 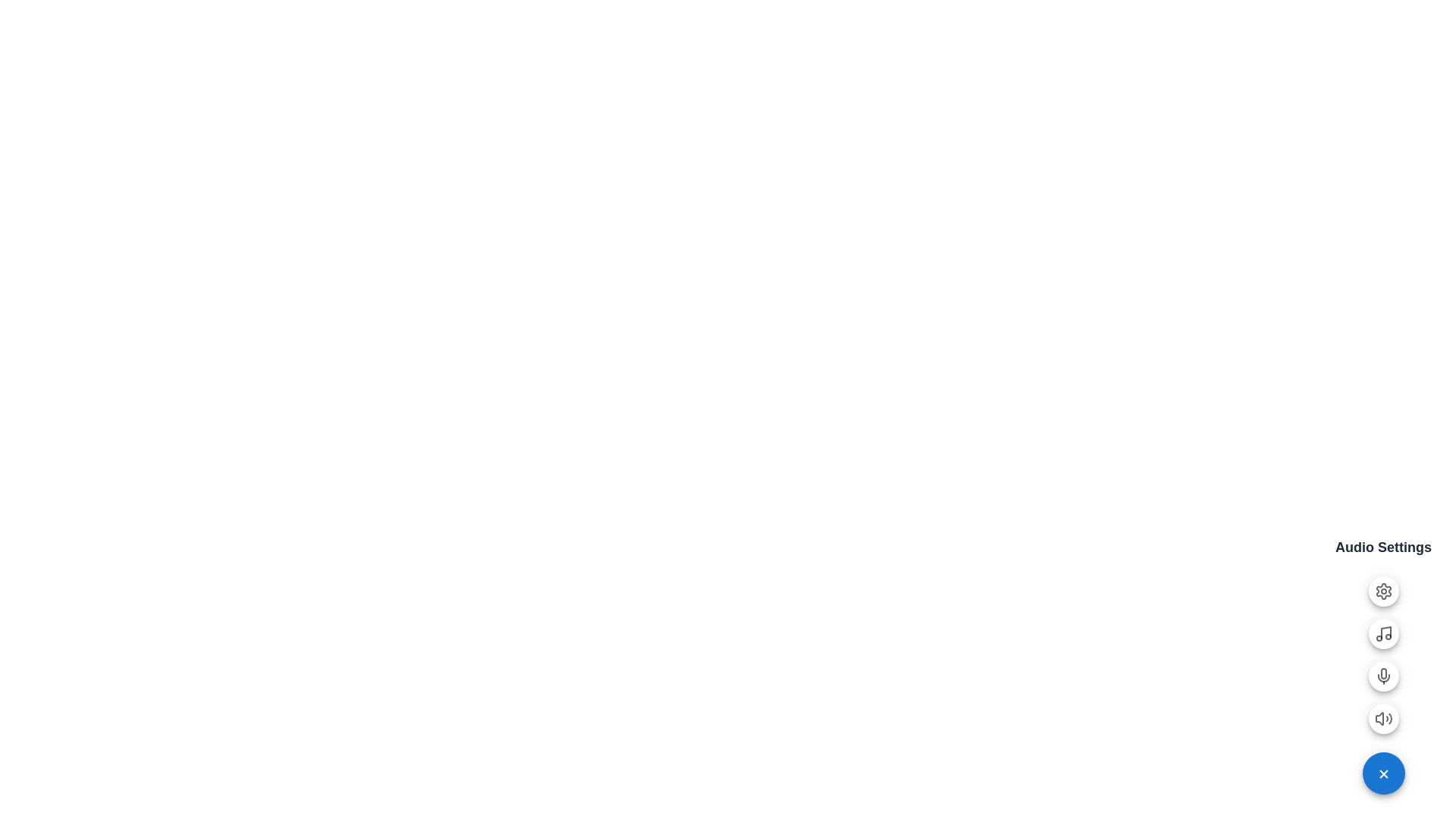 What do you see at coordinates (1383, 547) in the screenshot?
I see `the 'Audio Settings' text label, which is a bold, large-sized text in dark gray color` at bounding box center [1383, 547].